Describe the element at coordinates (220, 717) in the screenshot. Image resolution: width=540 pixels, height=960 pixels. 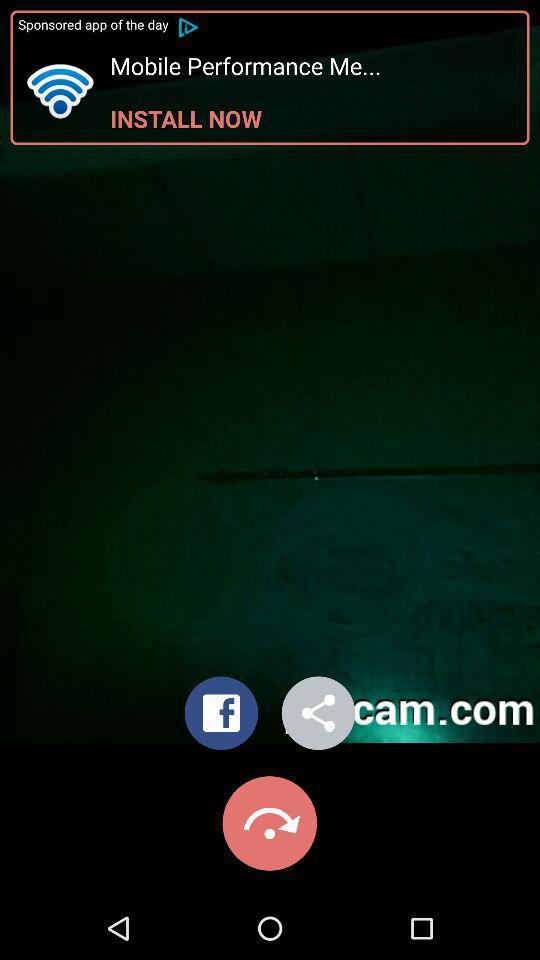
I see `the facebook icon` at that location.